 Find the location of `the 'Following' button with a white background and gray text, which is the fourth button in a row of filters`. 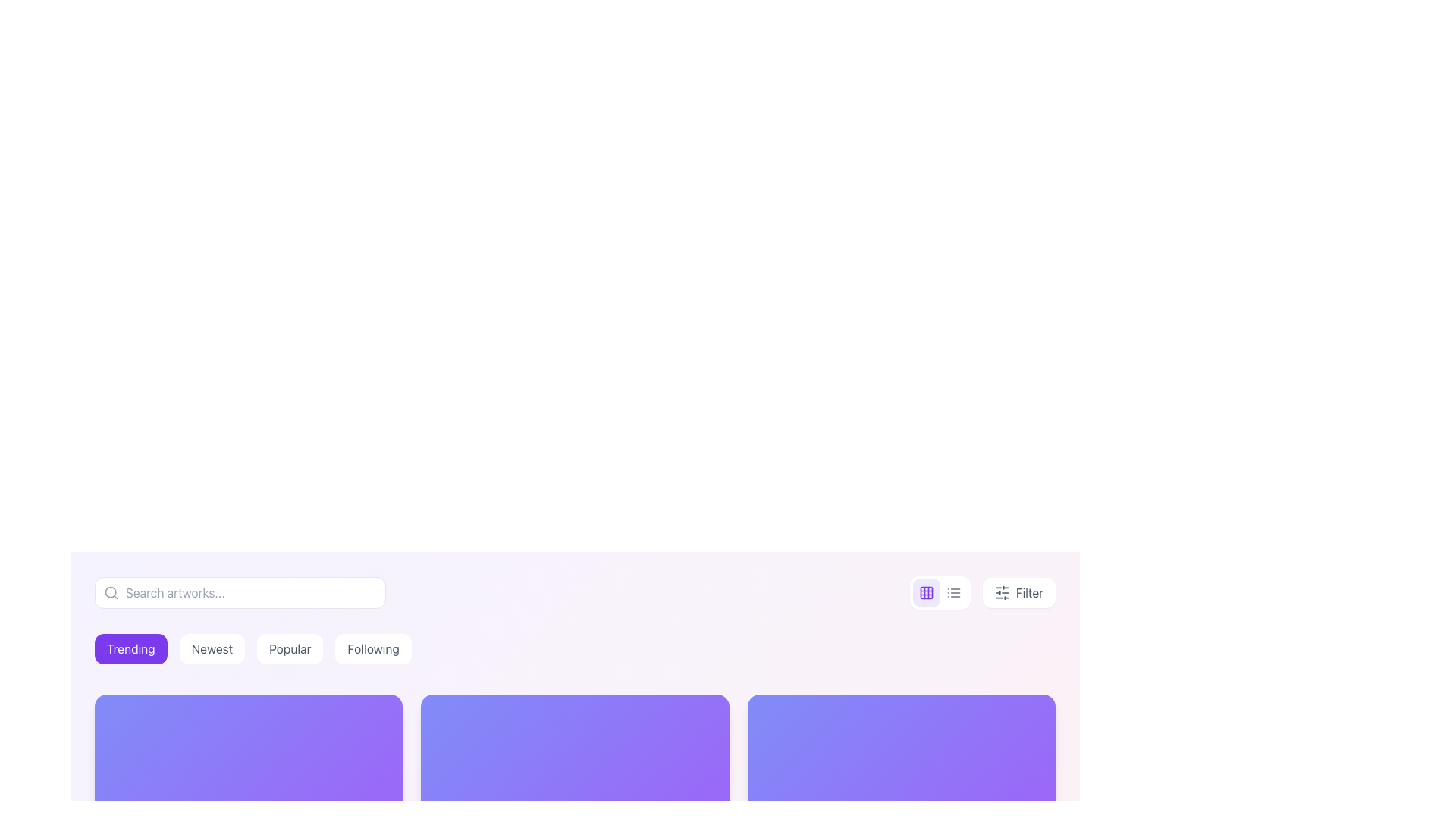

the 'Following' button with a white background and gray text, which is the fourth button in a row of filters is located at coordinates (373, 648).